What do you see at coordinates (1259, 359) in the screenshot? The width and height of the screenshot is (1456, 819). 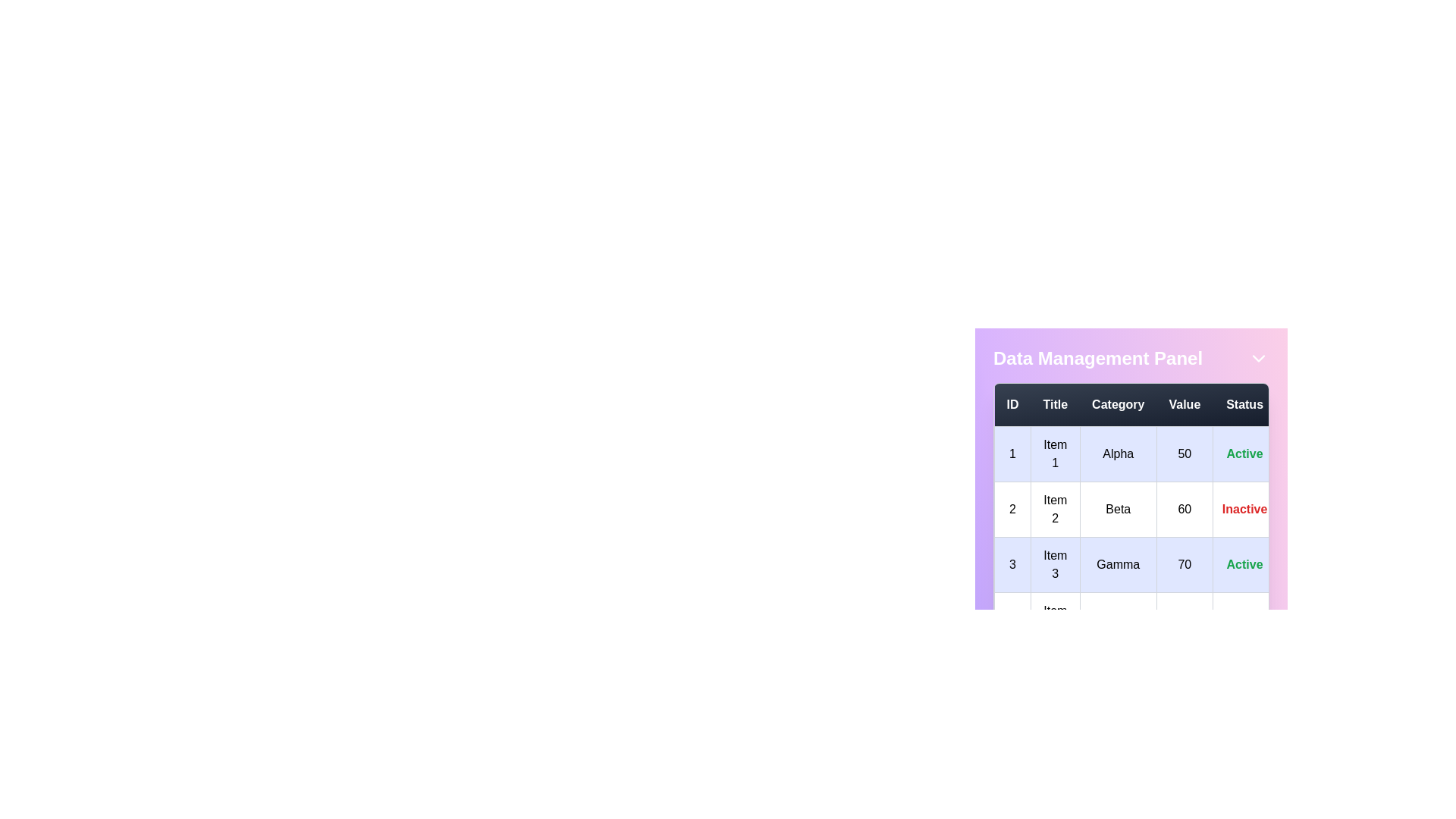 I see `the dropdown arrow button to expand or collapse the panel` at bounding box center [1259, 359].